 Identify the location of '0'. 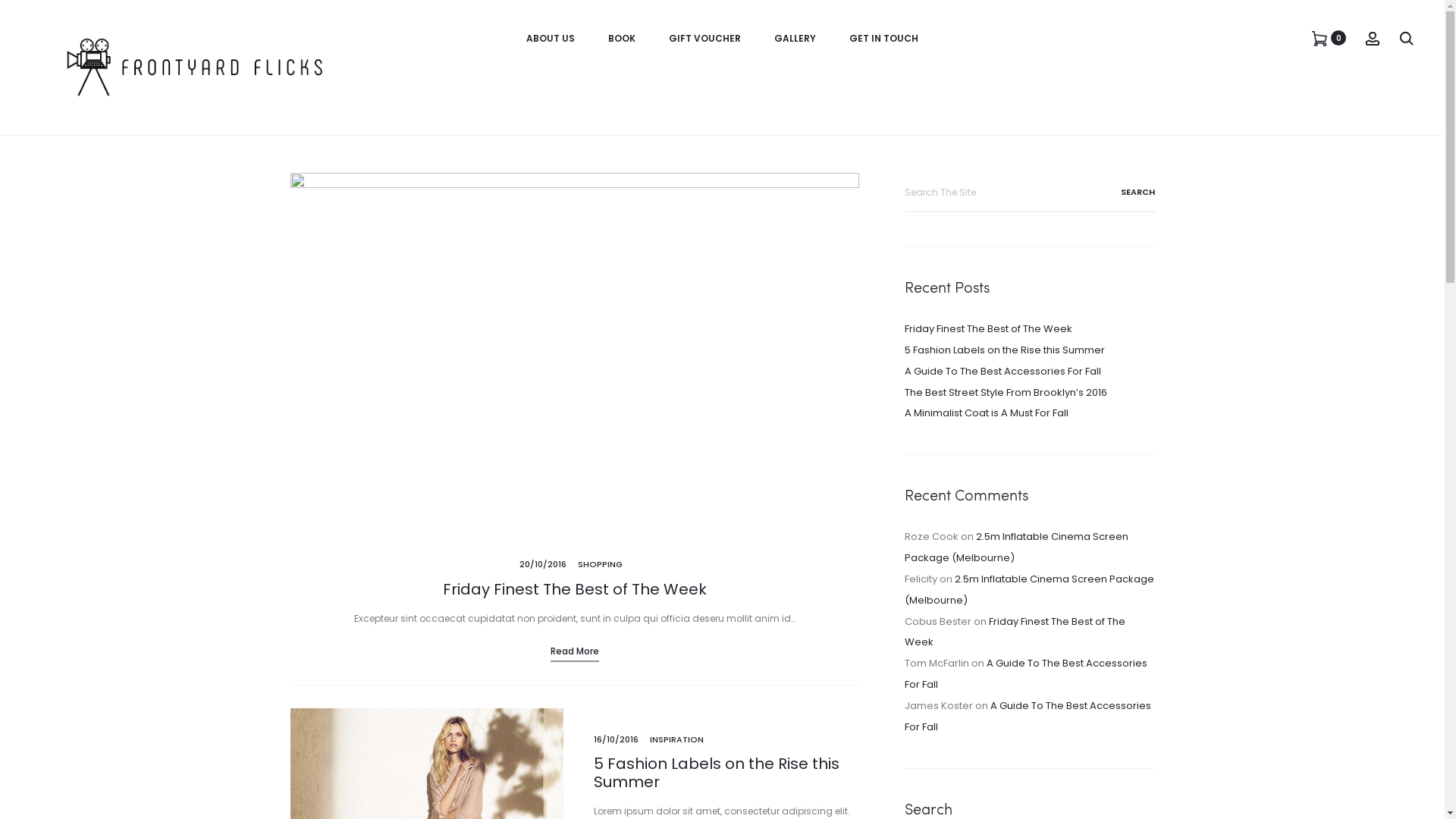
(1318, 37).